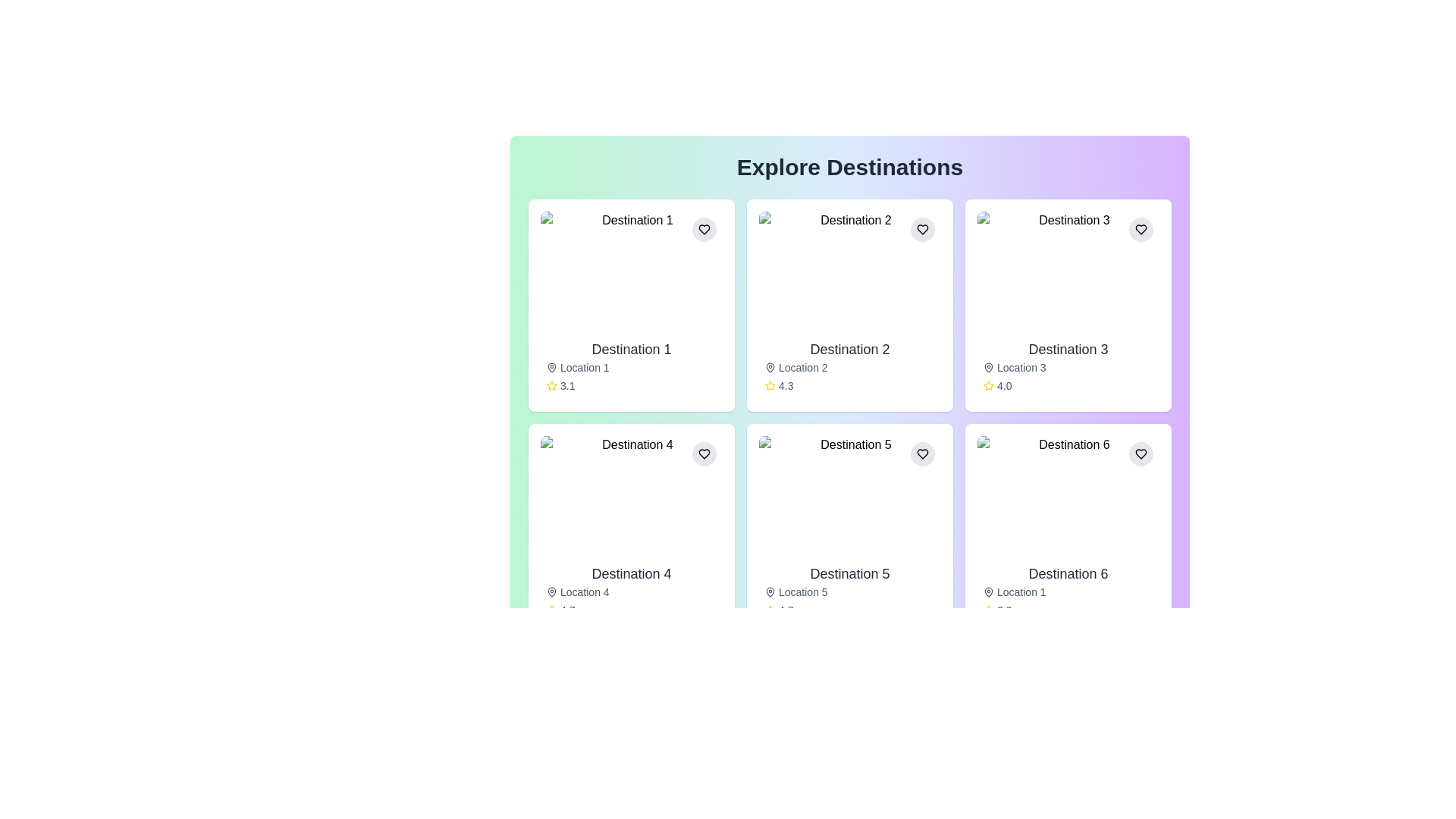 This screenshot has width=1456, height=819. What do you see at coordinates (1068, 529) in the screenshot?
I see `the card located in the bottom-right position of the grid layout` at bounding box center [1068, 529].